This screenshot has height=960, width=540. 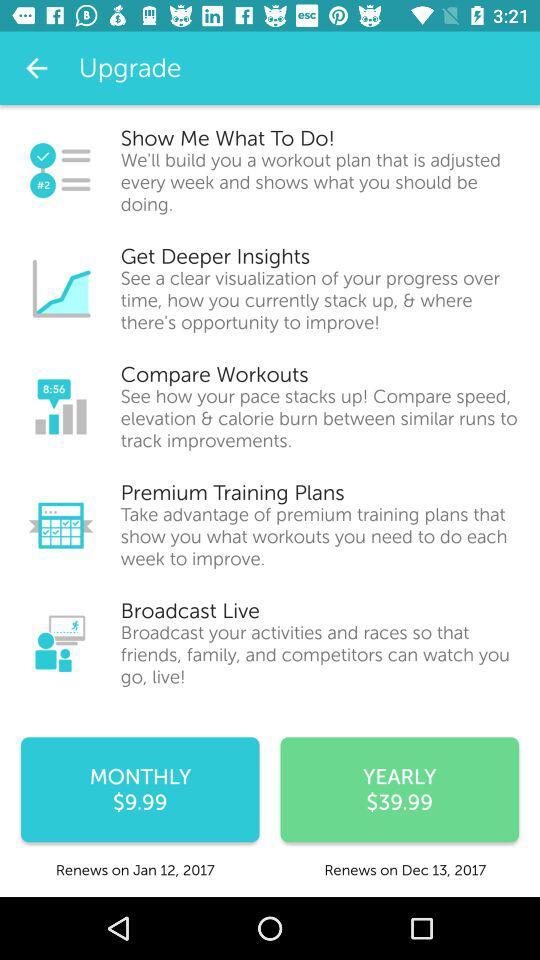 I want to click on the icon next to upgrade item, so click(x=36, y=68).